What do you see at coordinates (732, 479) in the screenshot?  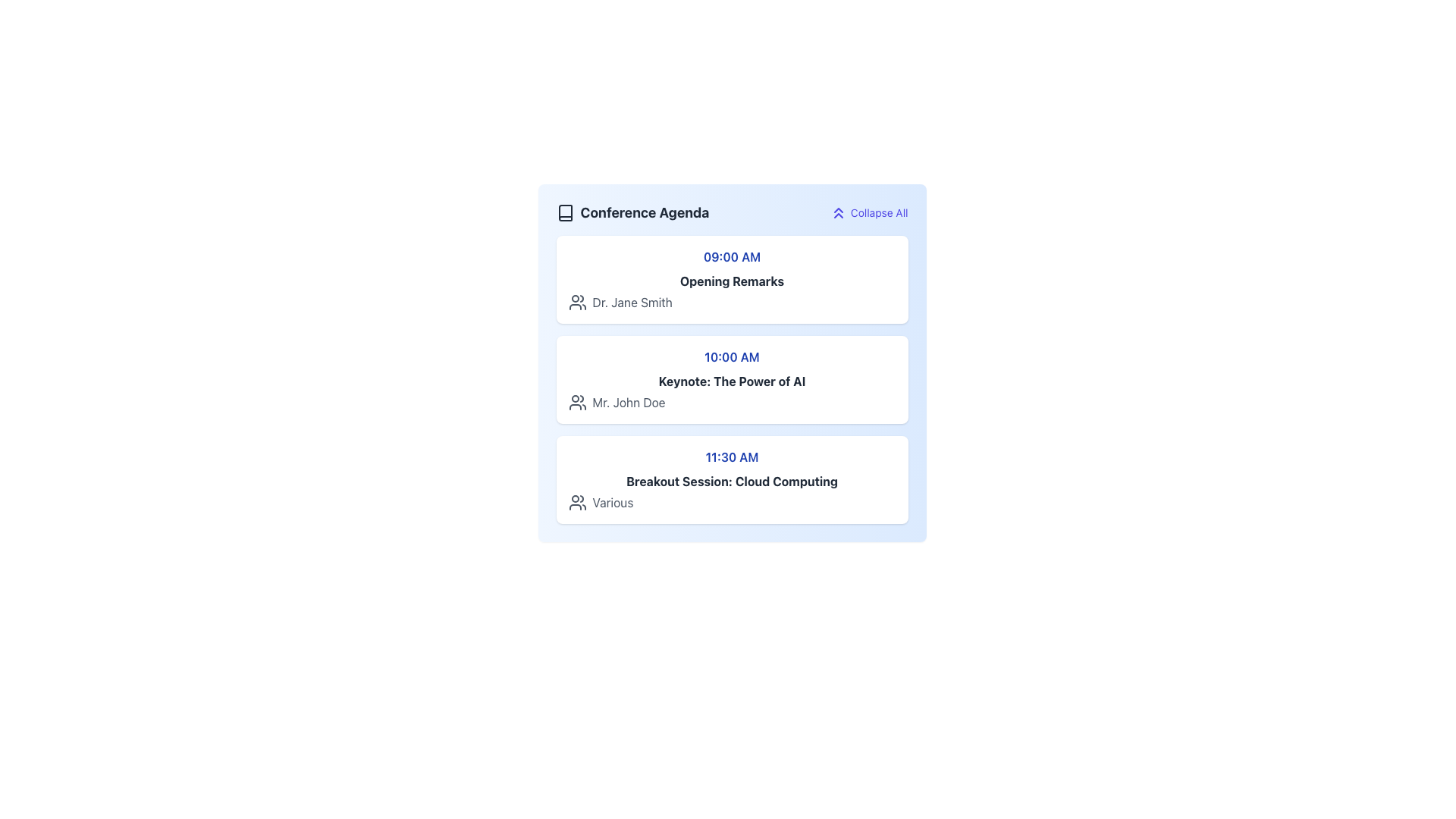 I see `the static informational block displaying the event detail 'Breakout Session: Cloud Computing'` at bounding box center [732, 479].